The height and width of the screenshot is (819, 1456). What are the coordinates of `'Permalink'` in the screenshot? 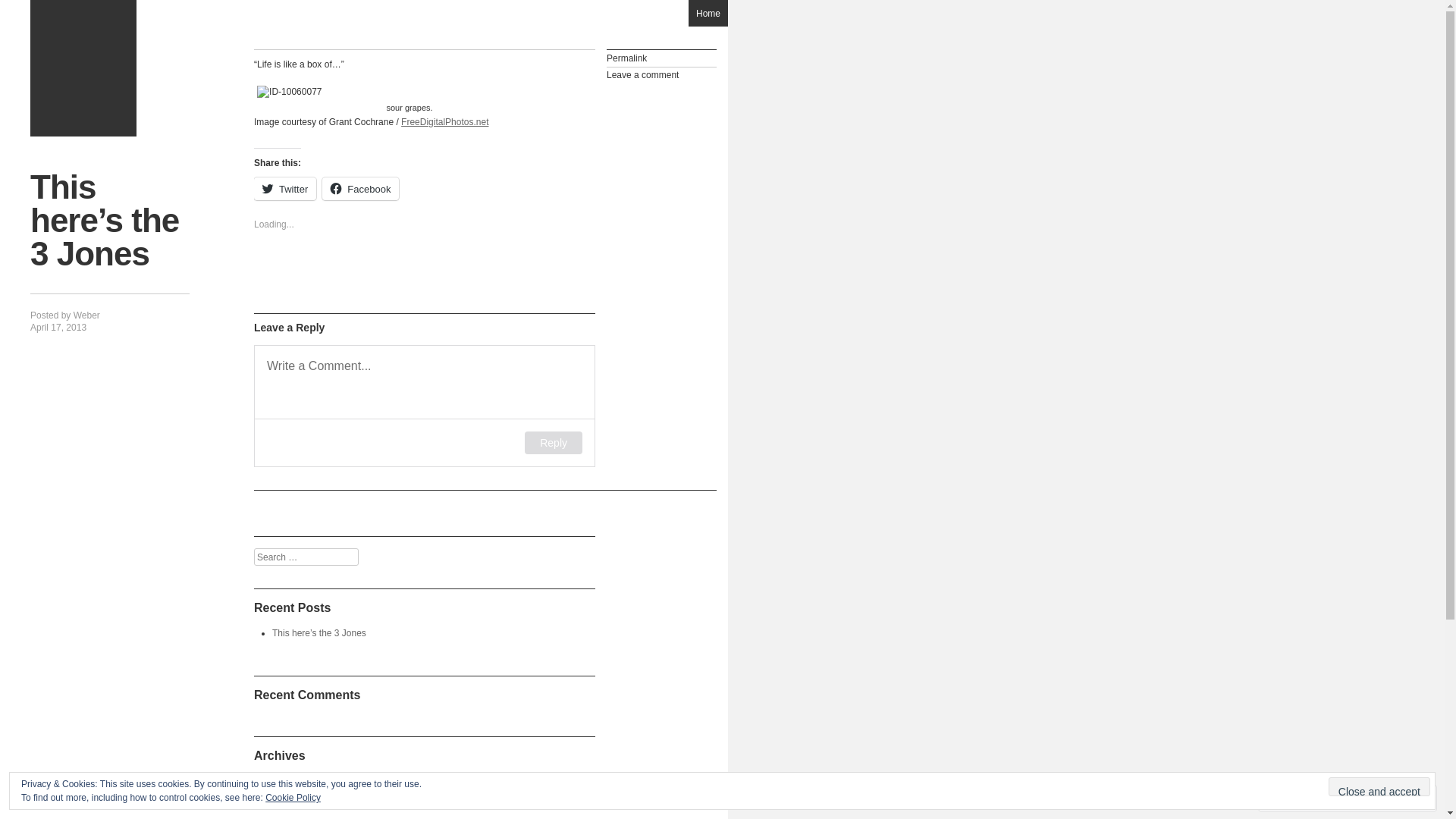 It's located at (661, 58).